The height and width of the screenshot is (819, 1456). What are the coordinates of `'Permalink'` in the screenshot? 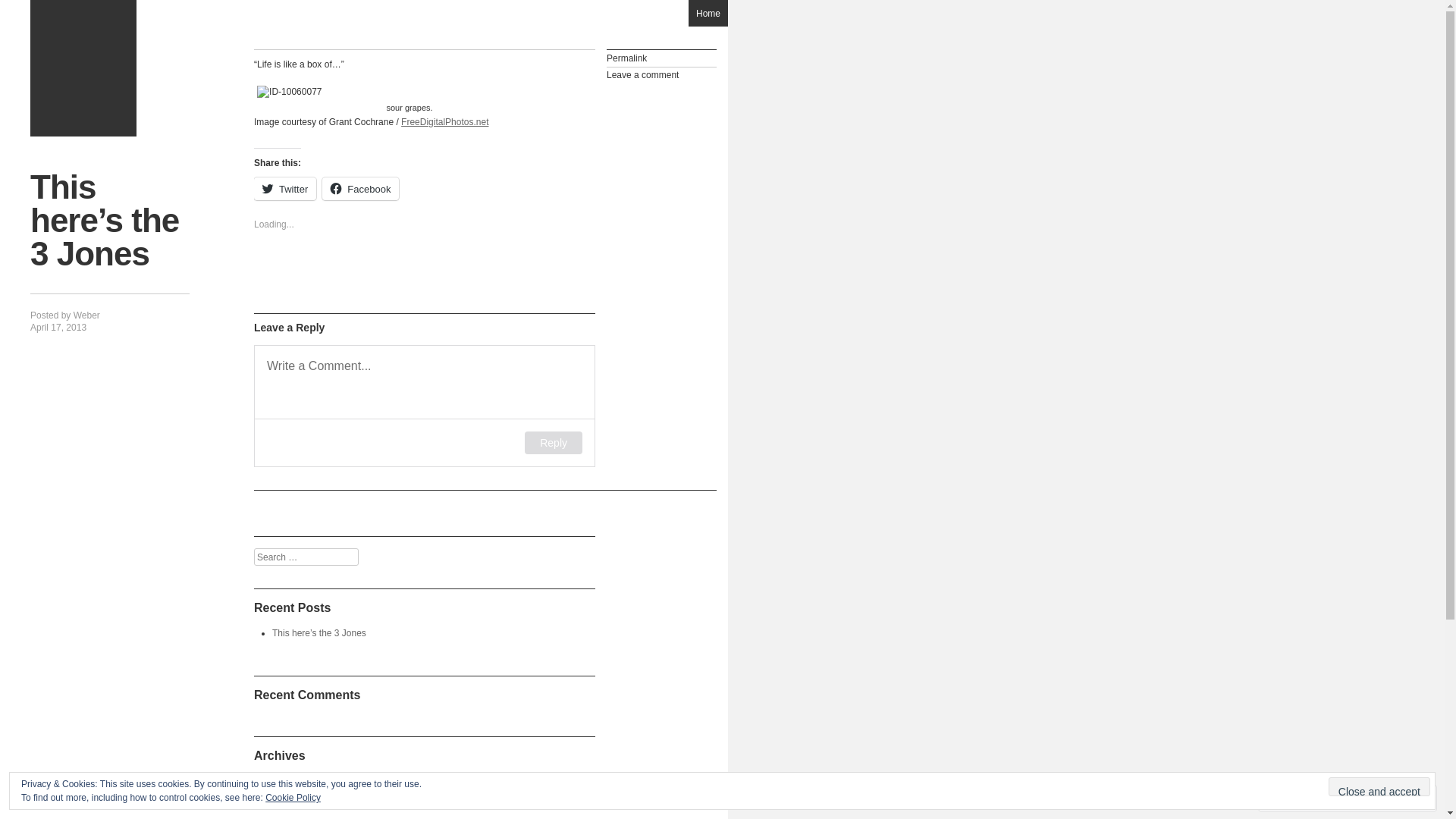 It's located at (661, 58).